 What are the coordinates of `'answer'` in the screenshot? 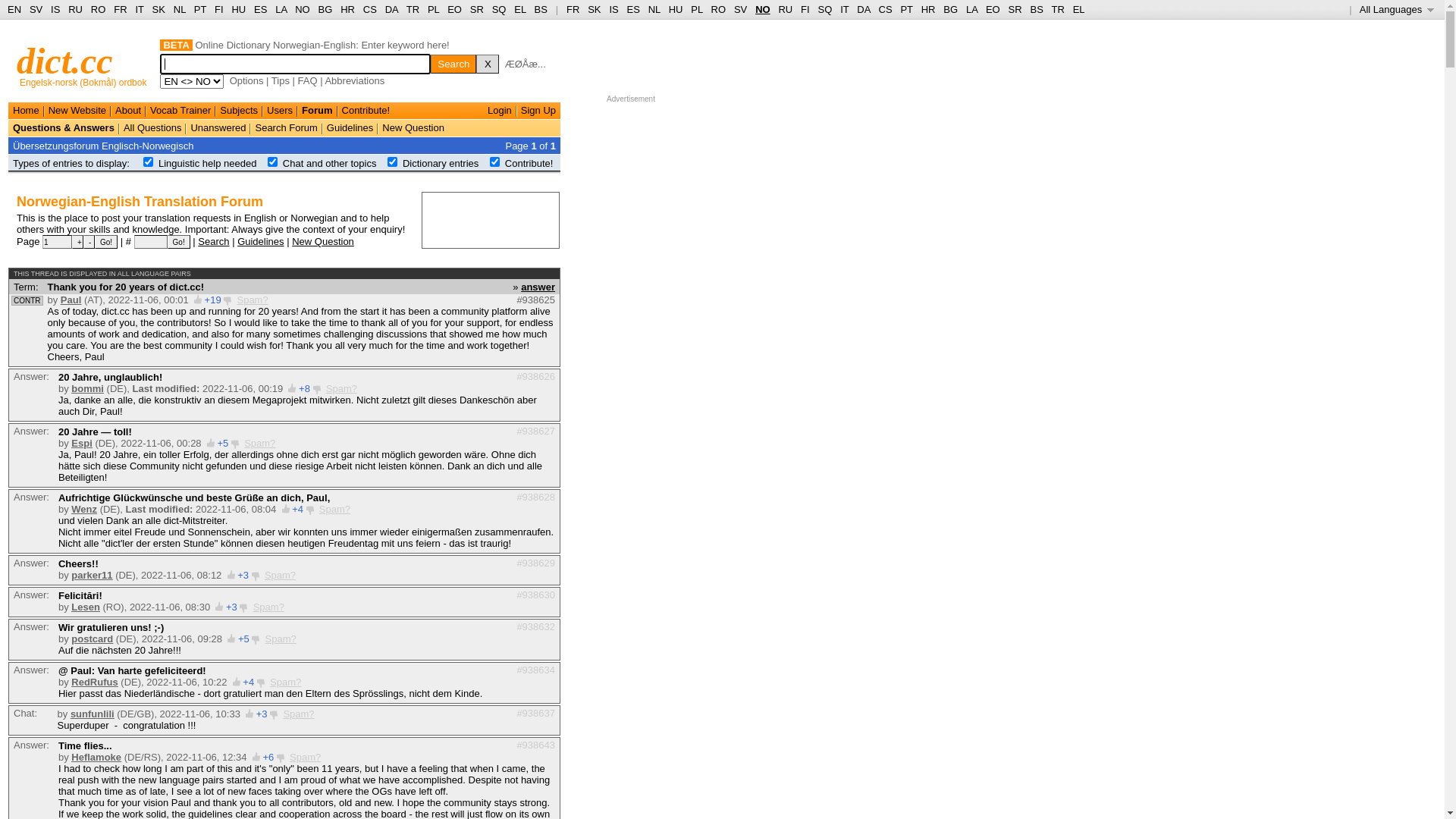 It's located at (520, 286).